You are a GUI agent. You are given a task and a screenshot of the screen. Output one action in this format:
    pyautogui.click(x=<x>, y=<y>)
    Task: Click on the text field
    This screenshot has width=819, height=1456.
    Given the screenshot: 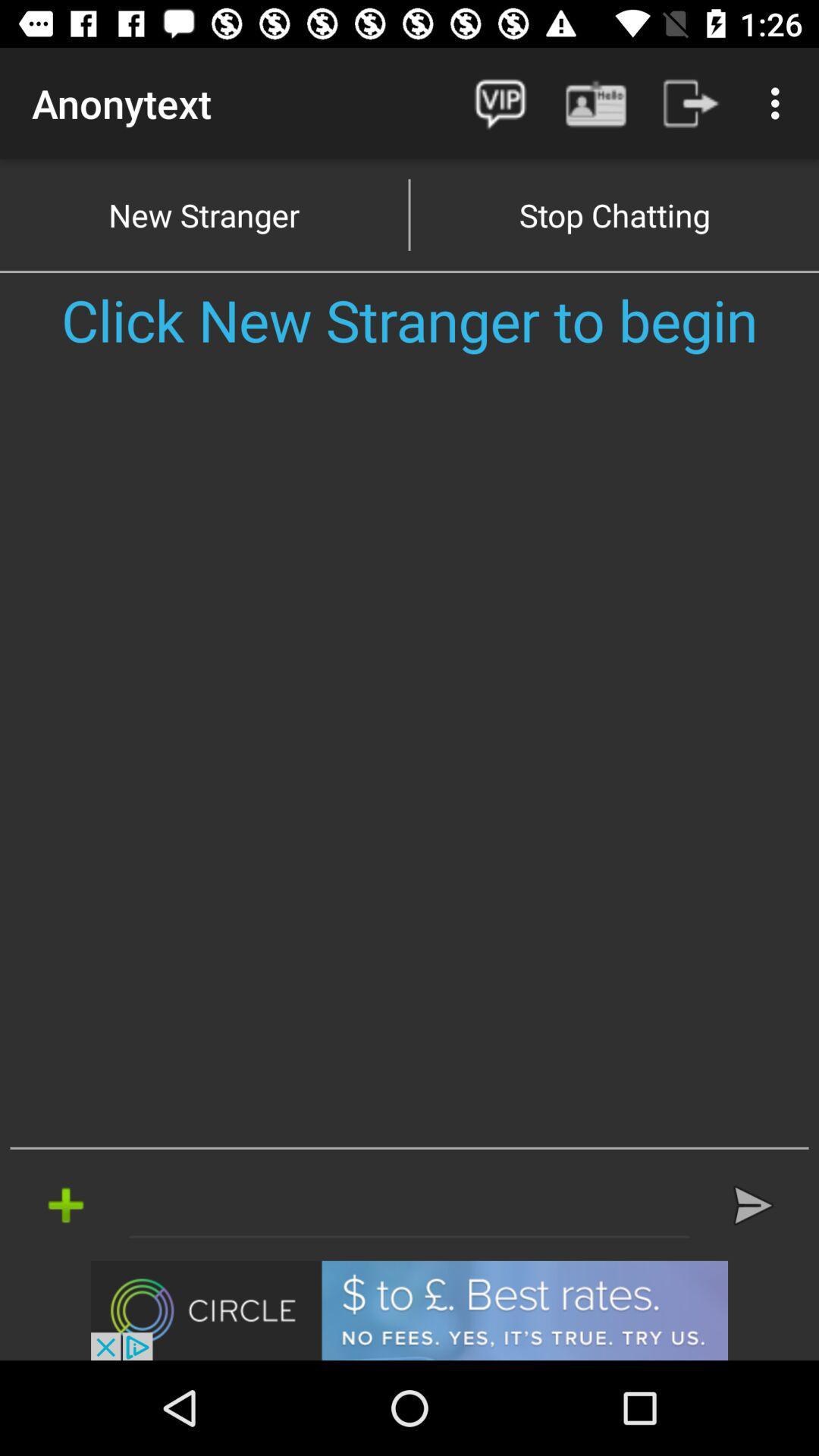 What is the action you would take?
    pyautogui.click(x=409, y=1204)
    